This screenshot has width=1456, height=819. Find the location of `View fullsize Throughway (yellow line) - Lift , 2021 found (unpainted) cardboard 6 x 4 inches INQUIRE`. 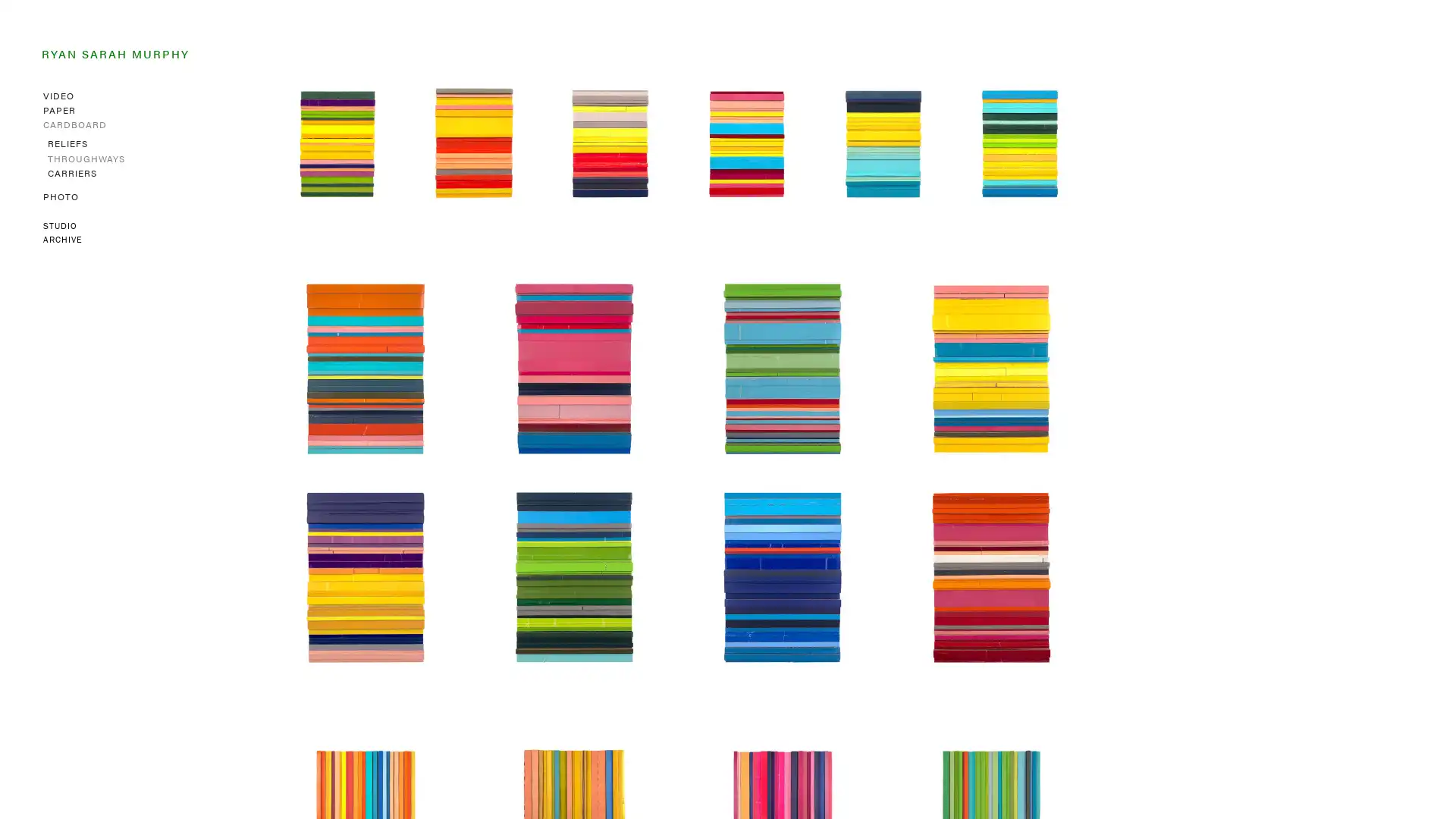

View fullsize Throughway (yellow line) - Lift , 2021 found (unpainted) cardboard 6 x 4 inches INQUIRE is located at coordinates (610, 143).